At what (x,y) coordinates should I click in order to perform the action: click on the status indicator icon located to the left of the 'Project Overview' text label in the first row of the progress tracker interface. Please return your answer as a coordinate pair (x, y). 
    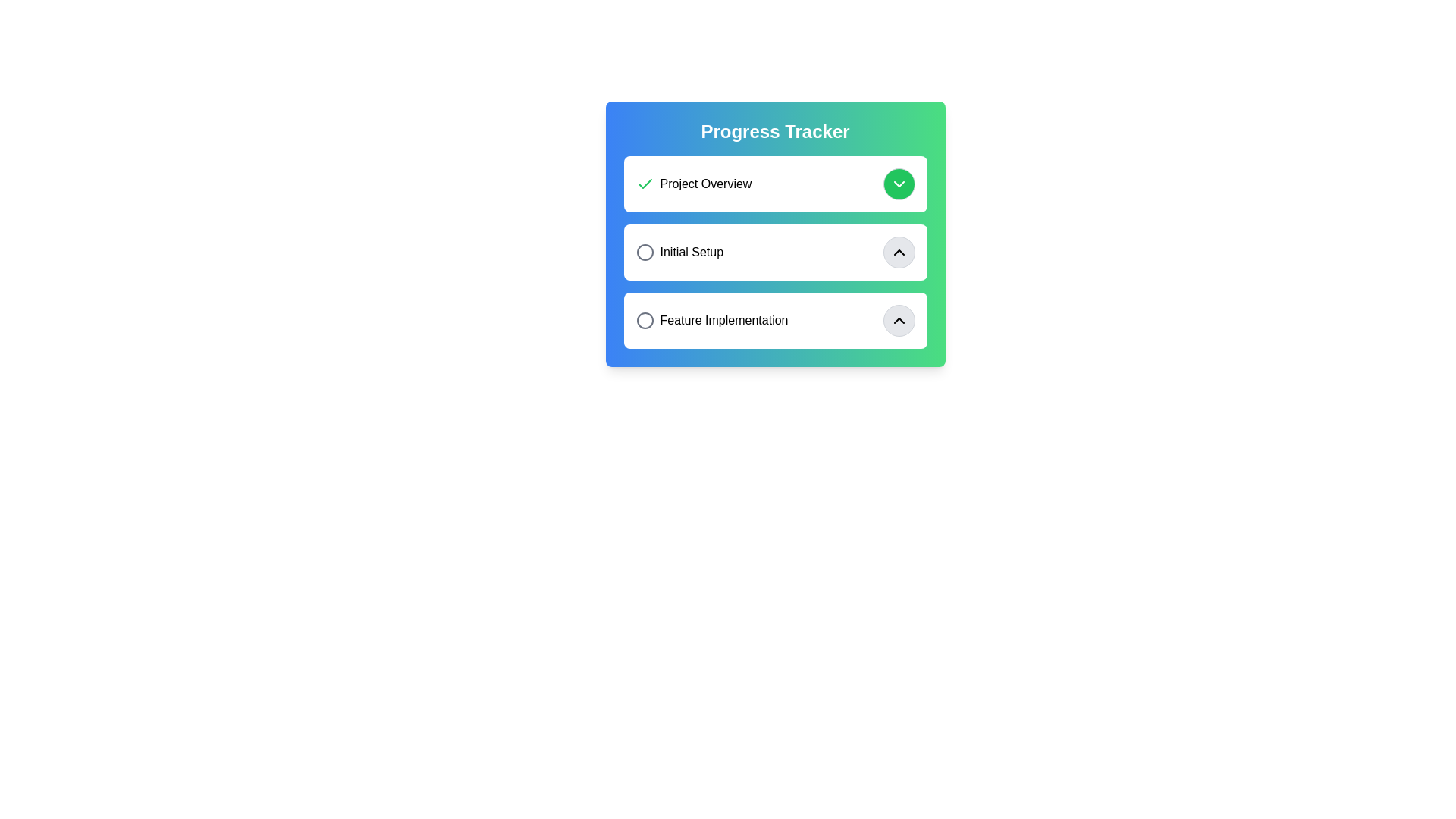
    Looking at the image, I should click on (645, 184).